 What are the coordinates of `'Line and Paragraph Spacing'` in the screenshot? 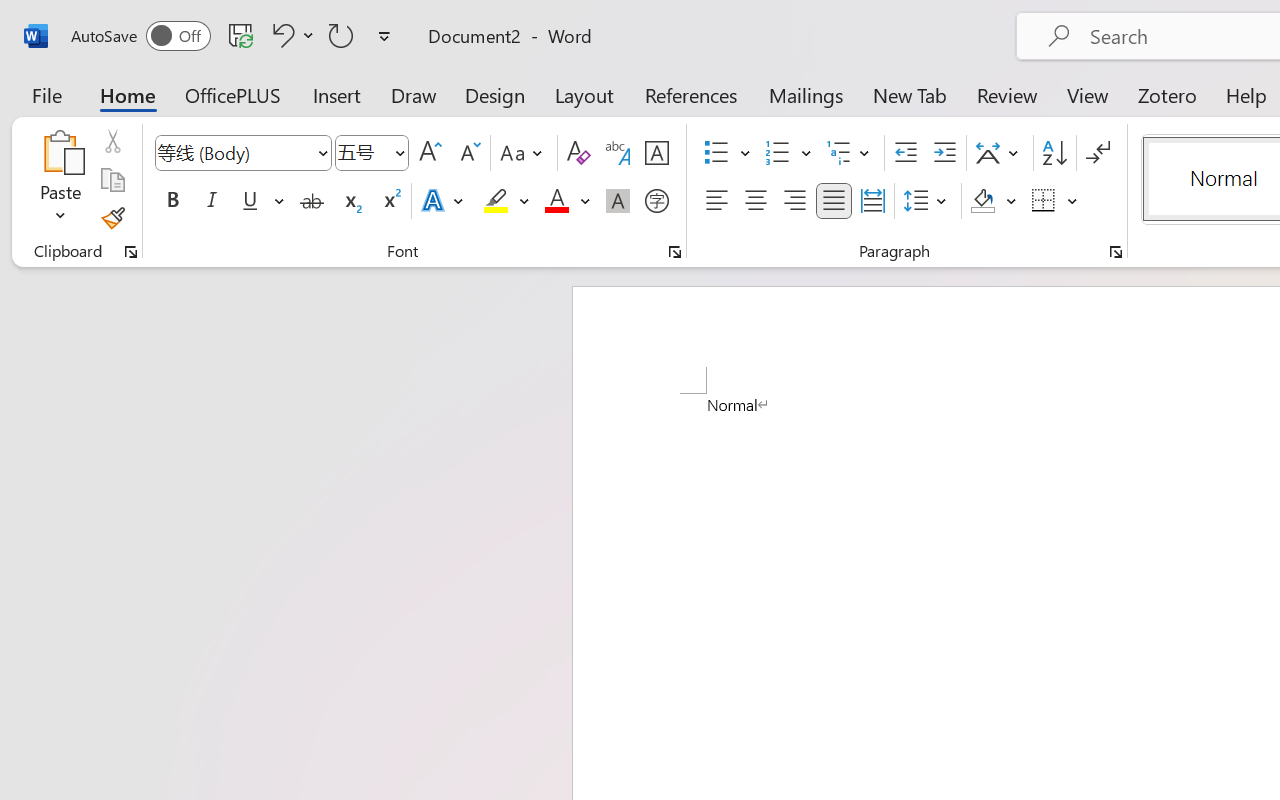 It's located at (927, 201).